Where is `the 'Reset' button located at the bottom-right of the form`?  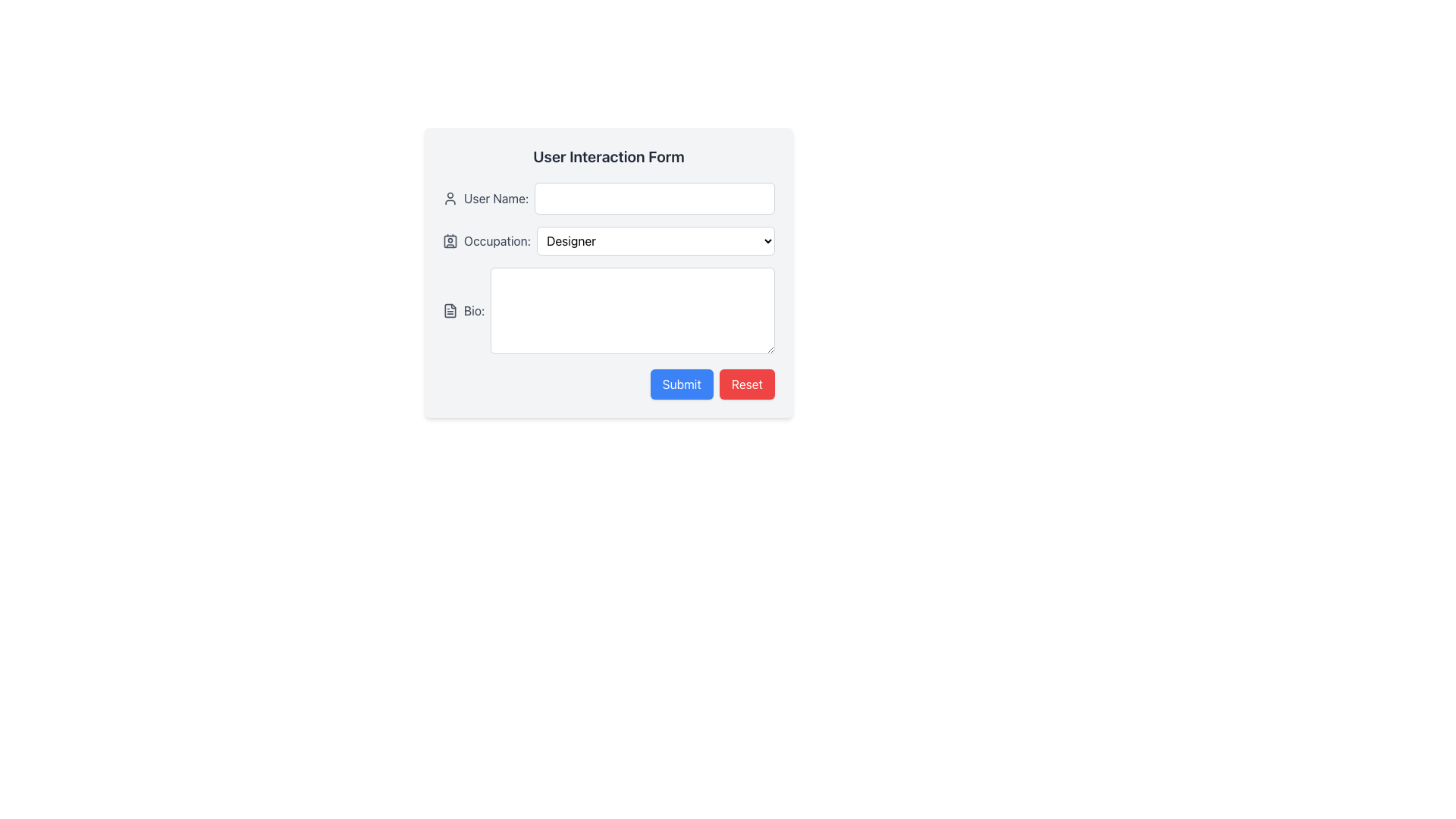
the 'Reset' button located at the bottom-right of the form is located at coordinates (747, 383).